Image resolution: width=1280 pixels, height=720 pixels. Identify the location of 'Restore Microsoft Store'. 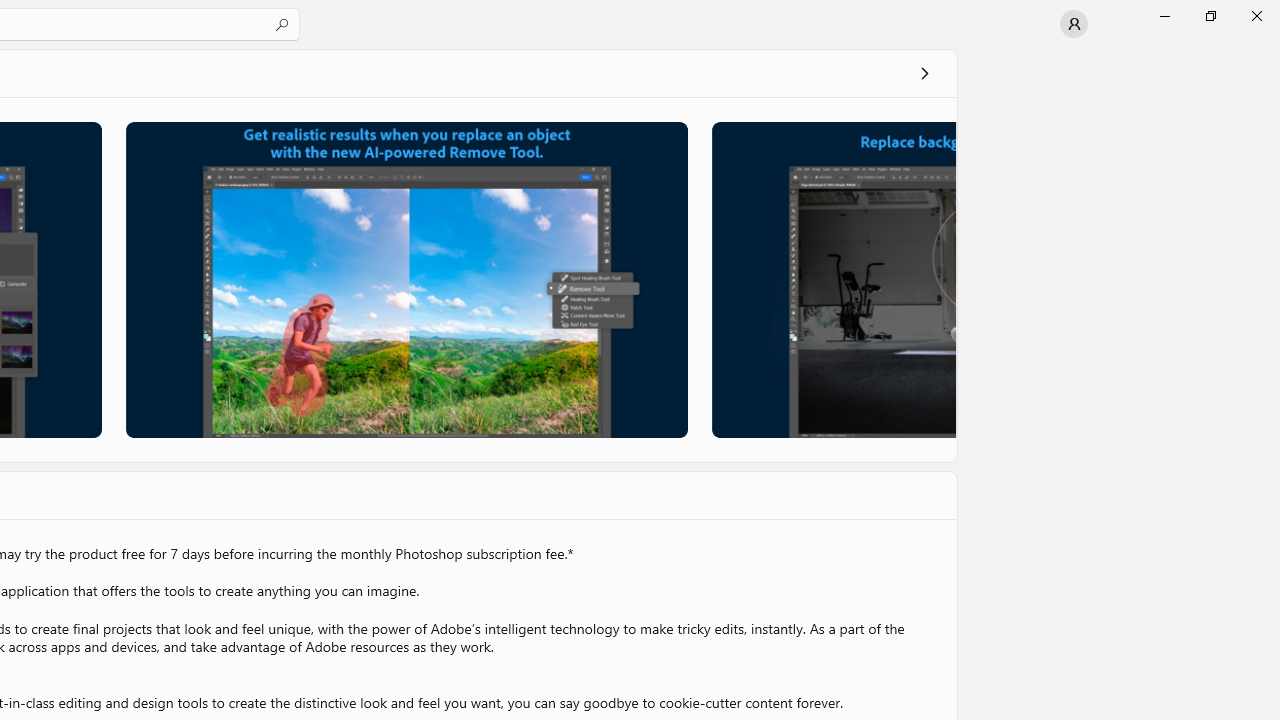
(1209, 15).